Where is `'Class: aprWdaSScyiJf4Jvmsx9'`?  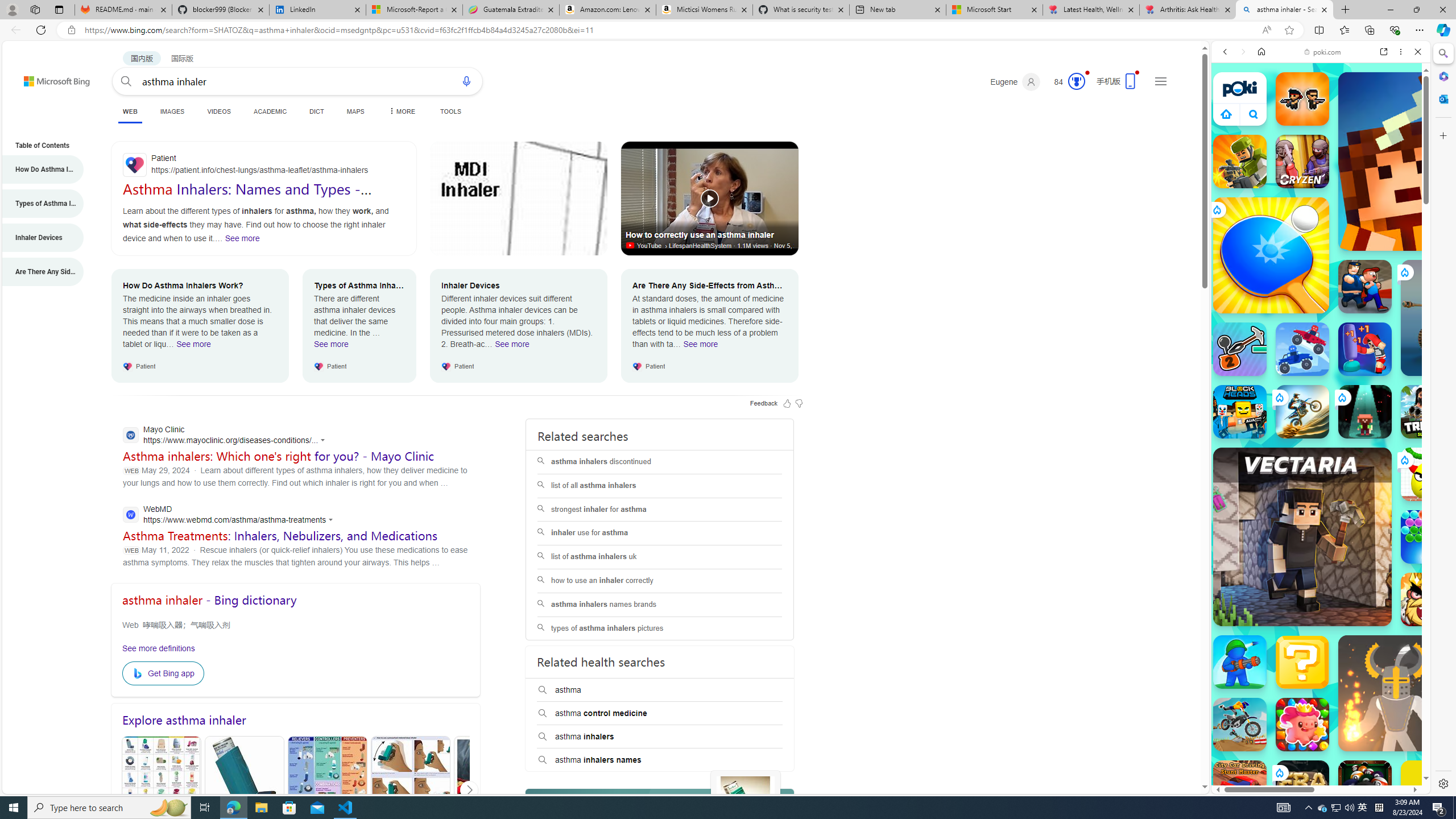
'Class: aprWdaSScyiJf4Jvmsx9' is located at coordinates (1226, 113).